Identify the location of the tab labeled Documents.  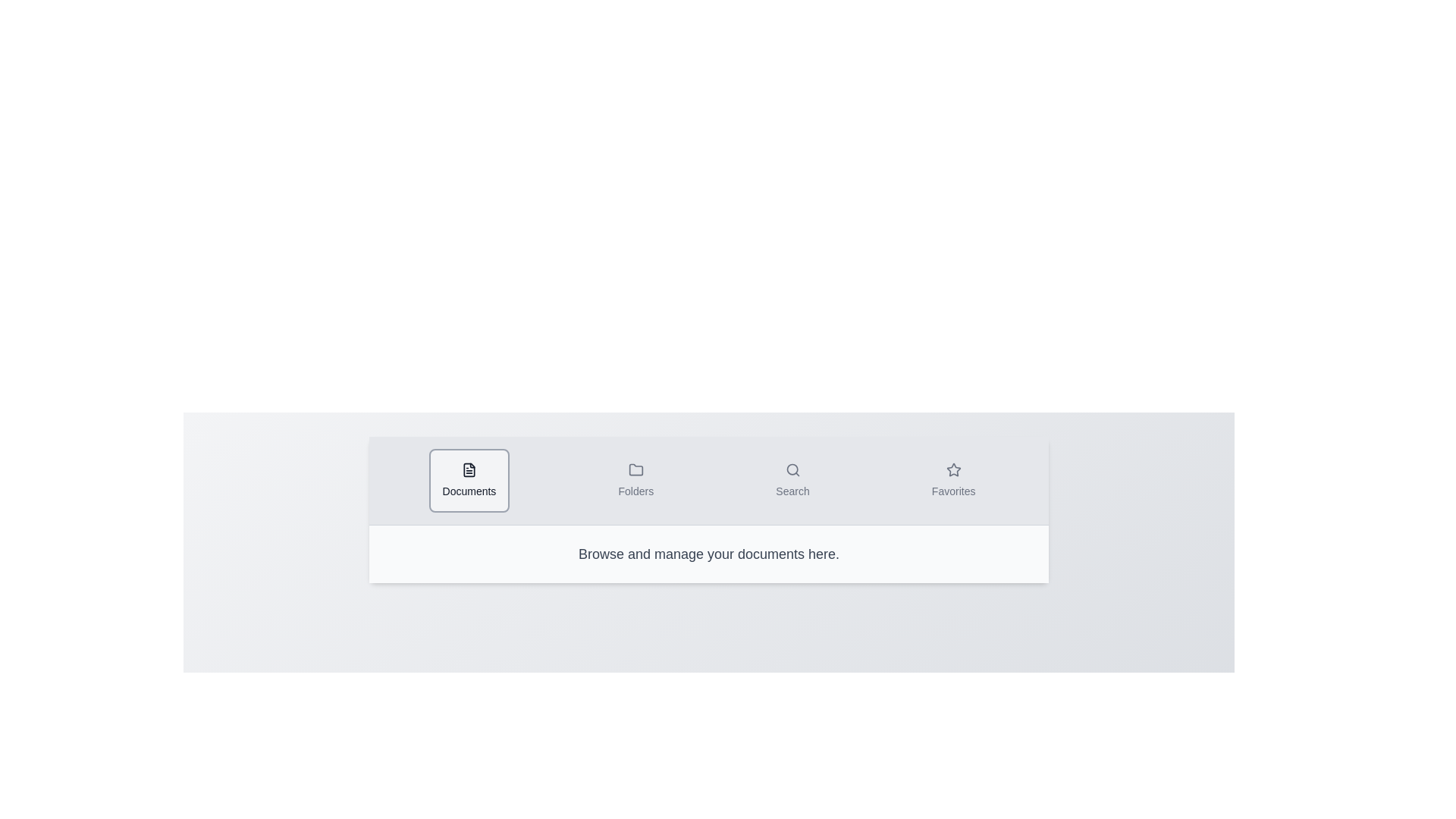
(469, 480).